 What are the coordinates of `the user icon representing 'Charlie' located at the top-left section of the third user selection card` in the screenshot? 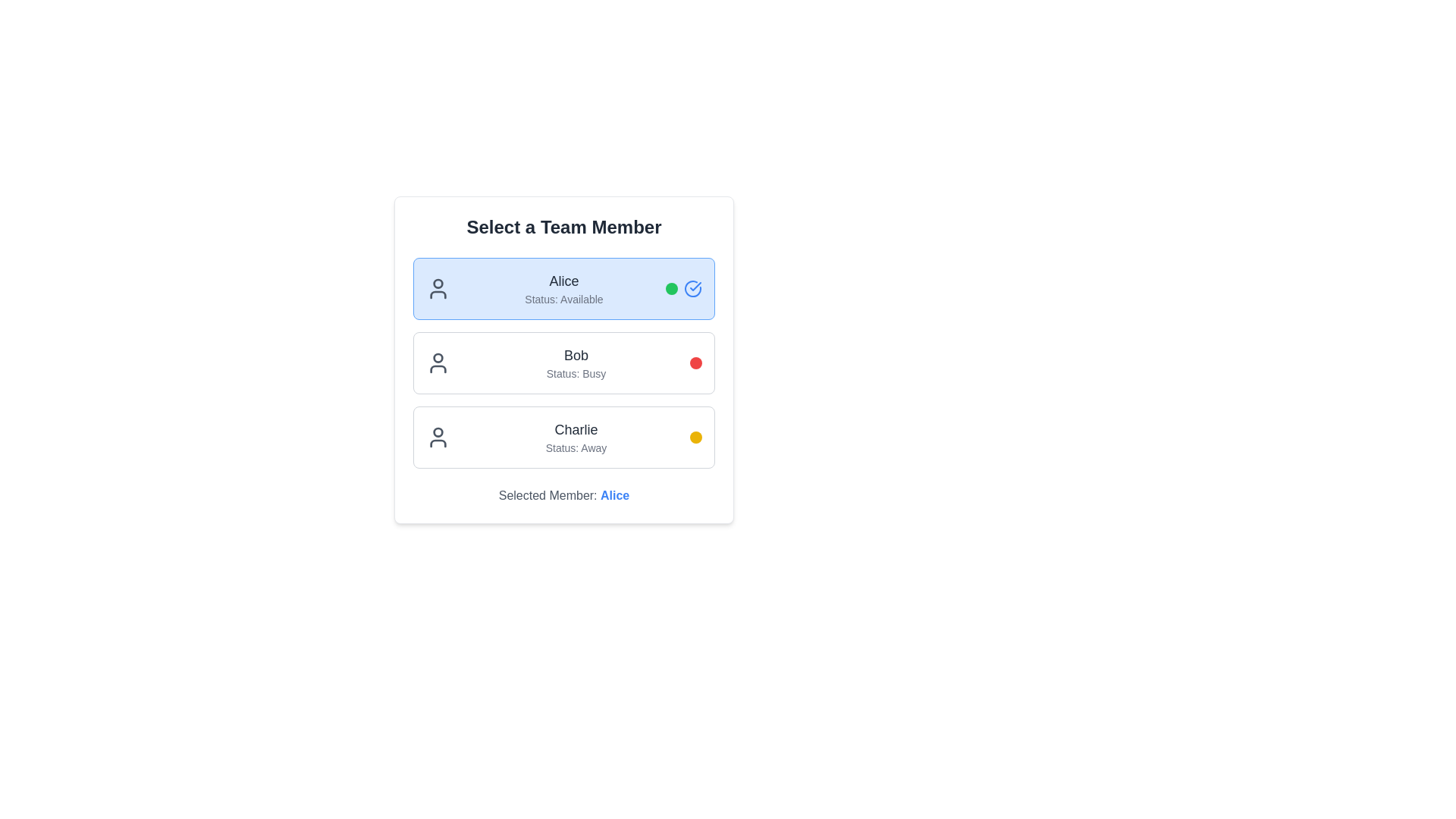 It's located at (437, 444).